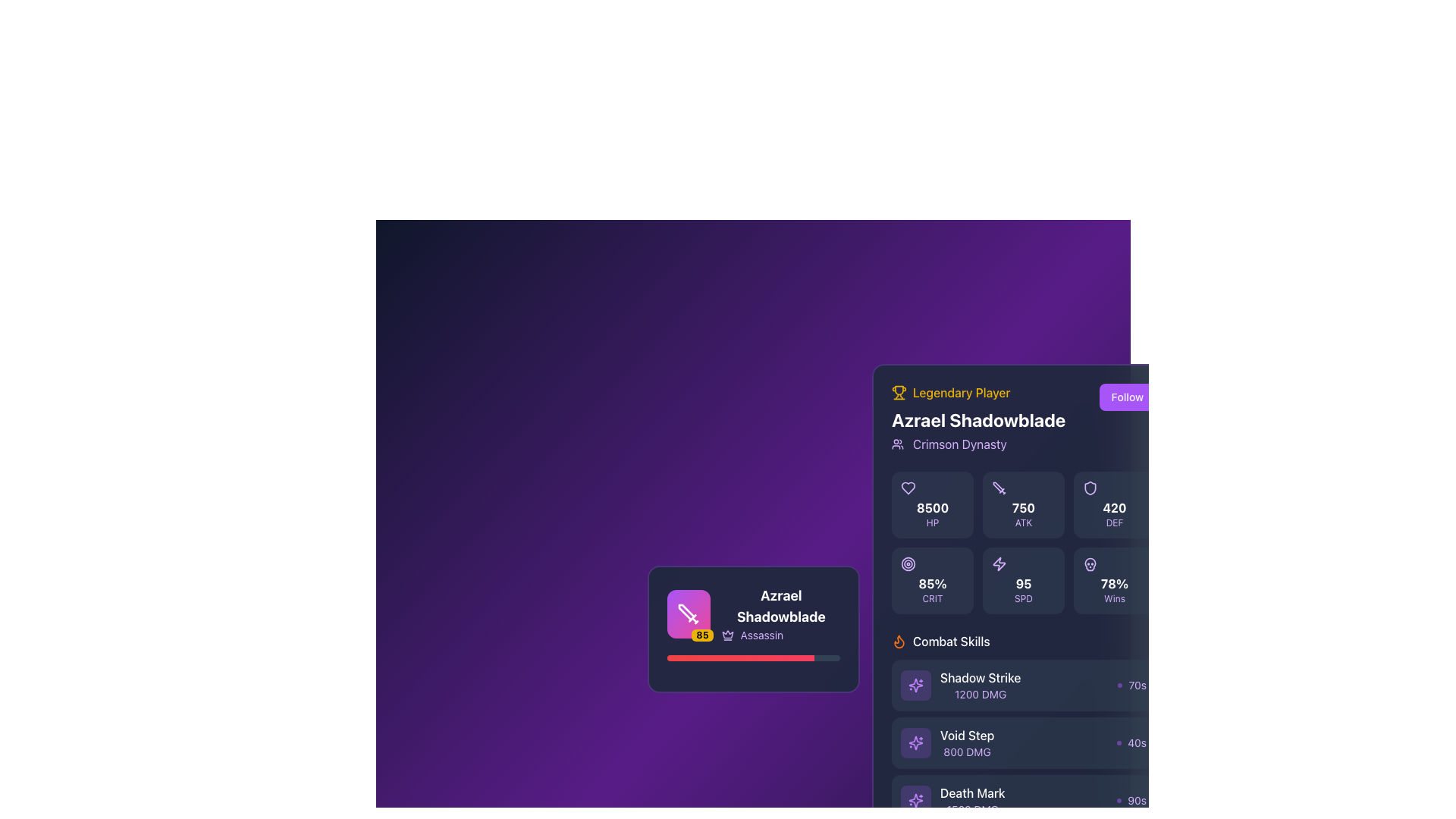  Describe the element at coordinates (1127, 397) in the screenshot. I see `the 'Follow' button with a solid purple background and white text to observe its hover effects` at that location.